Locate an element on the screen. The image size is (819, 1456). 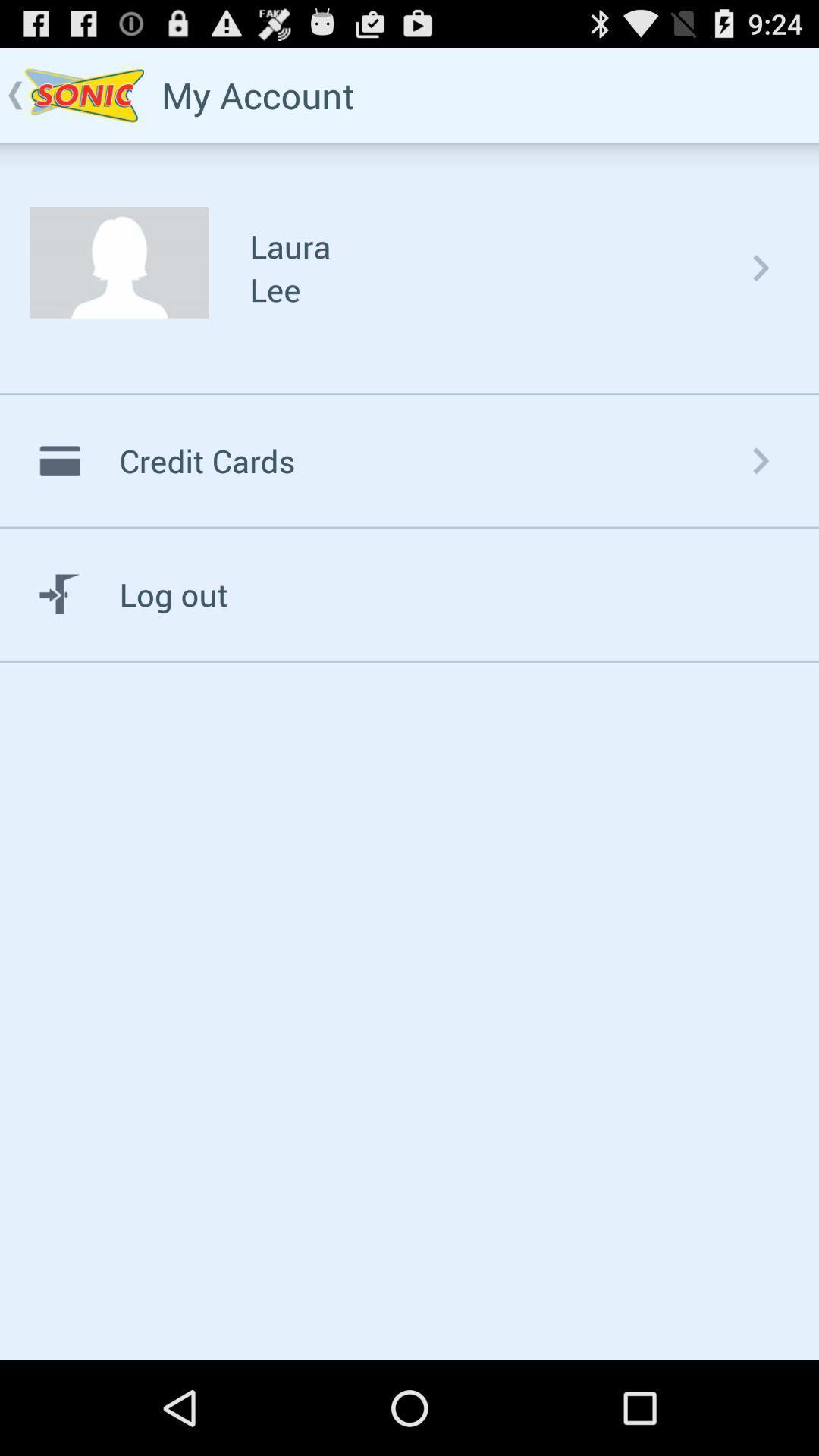
arrow pointing towards right is located at coordinates (761, 268).